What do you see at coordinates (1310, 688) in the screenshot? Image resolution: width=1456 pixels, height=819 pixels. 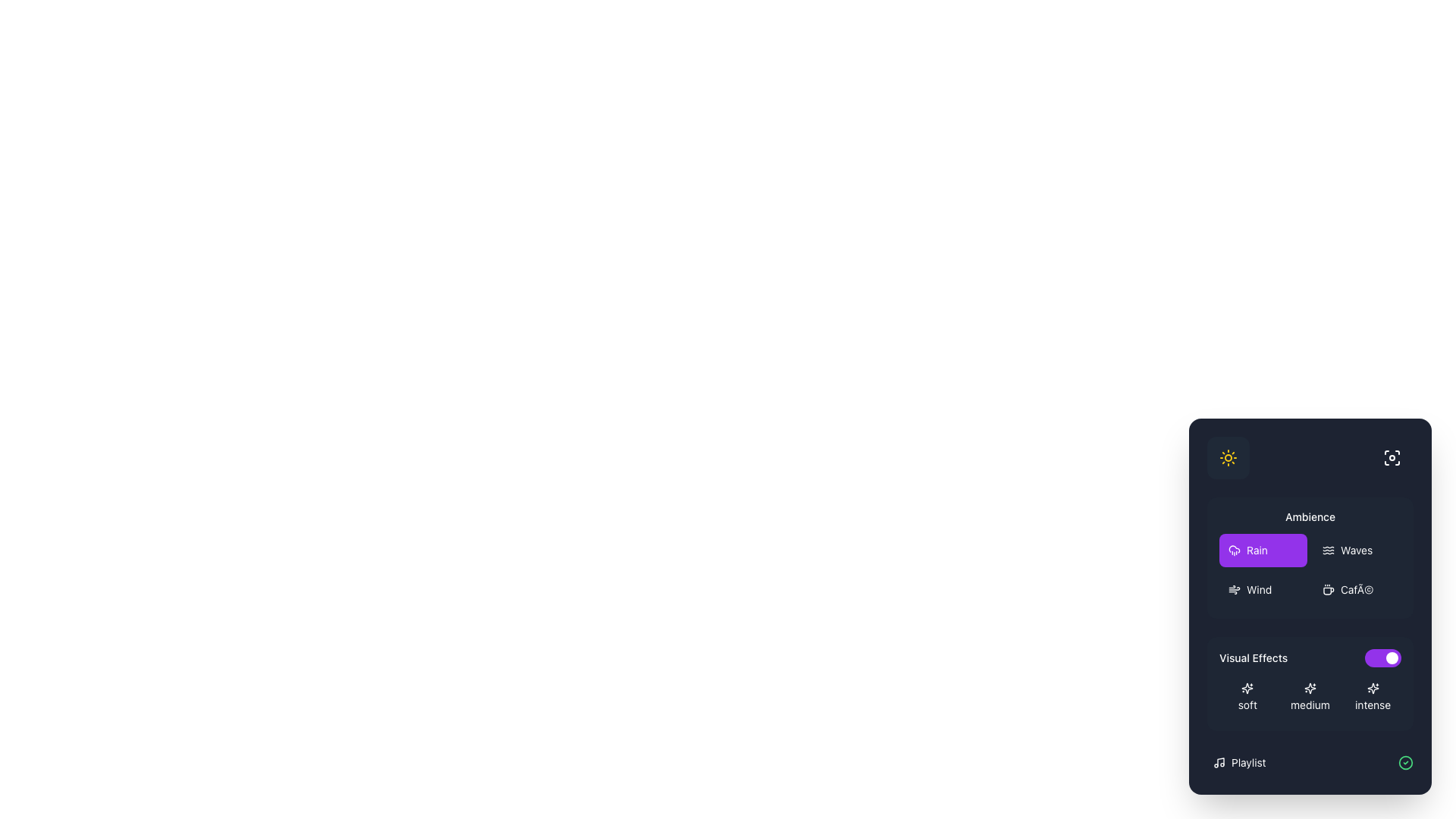 I see `the star-like Selectable option icon, which represents the 'medium' setting under the 'Visual Effects' section` at bounding box center [1310, 688].